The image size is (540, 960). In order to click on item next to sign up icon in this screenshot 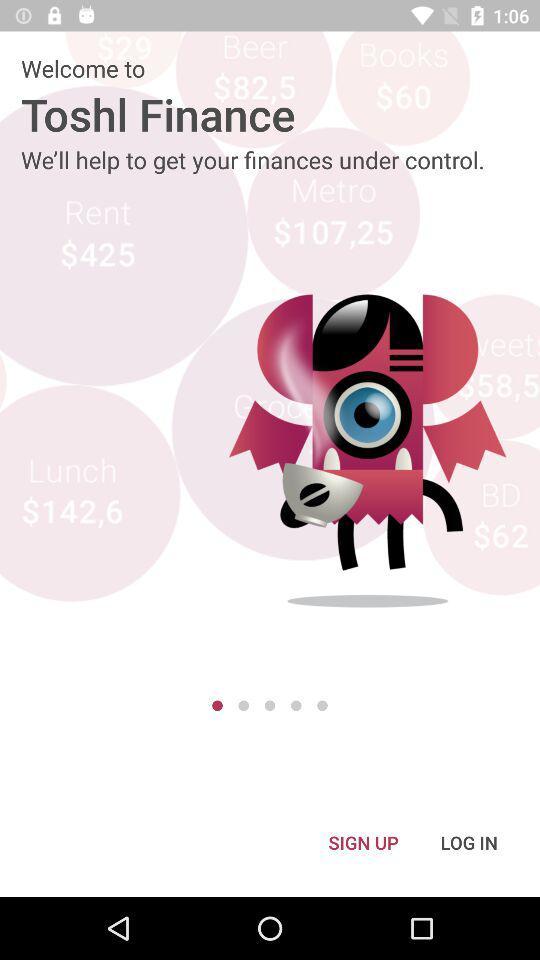, I will do `click(469, 841)`.